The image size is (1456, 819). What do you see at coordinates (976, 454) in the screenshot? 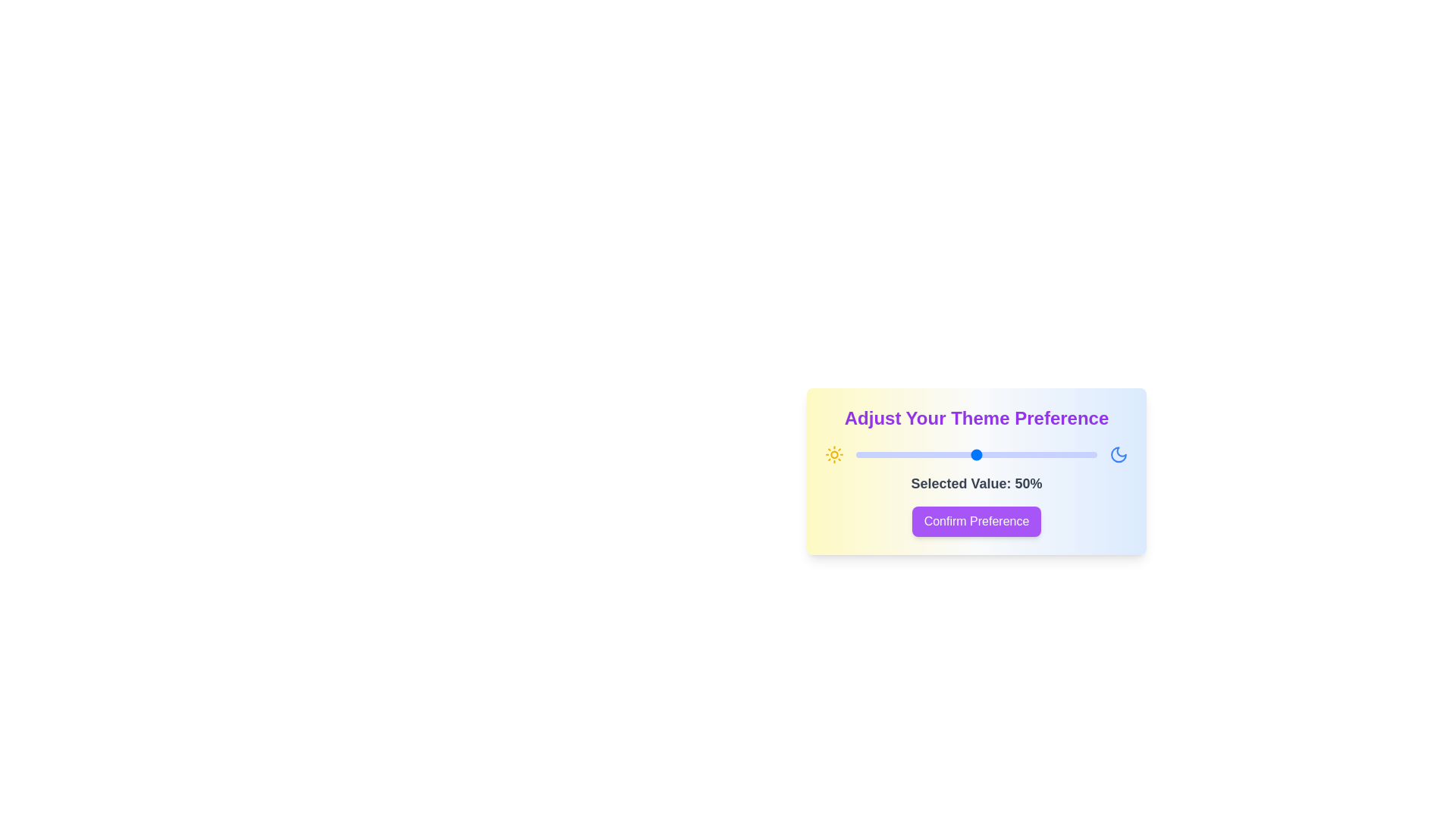
I see `the slider for adjusting theme preference, which is located in the 'Adjust Your Theme Preference' card, centrally positioned below the title and above the 'Selected Value: 50%' label` at bounding box center [976, 454].